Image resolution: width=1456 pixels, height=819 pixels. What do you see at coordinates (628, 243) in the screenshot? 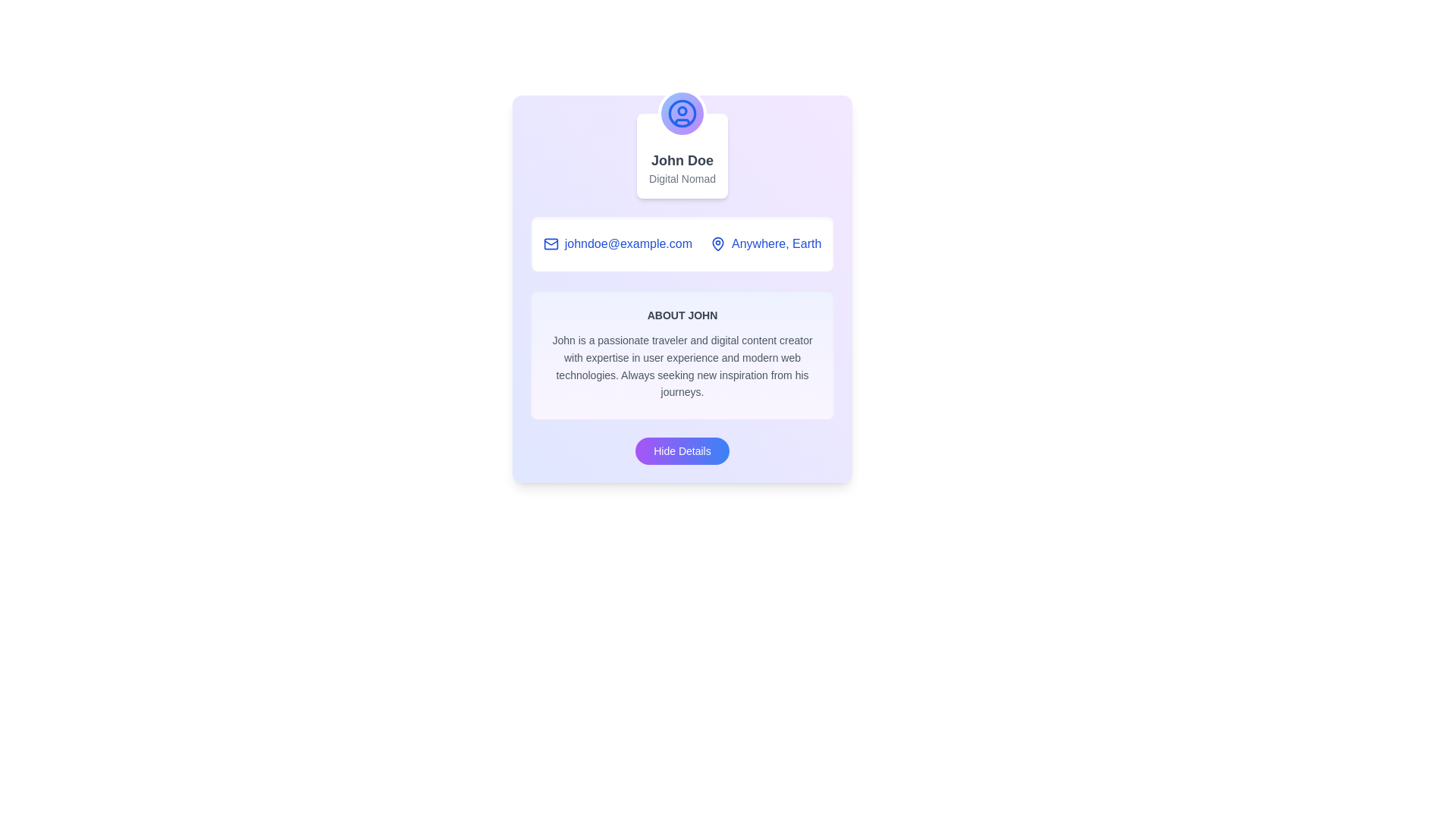
I see `the static text displaying an email address, which is located below the 'John Doe' heading and to the right of an envelope icon` at bounding box center [628, 243].